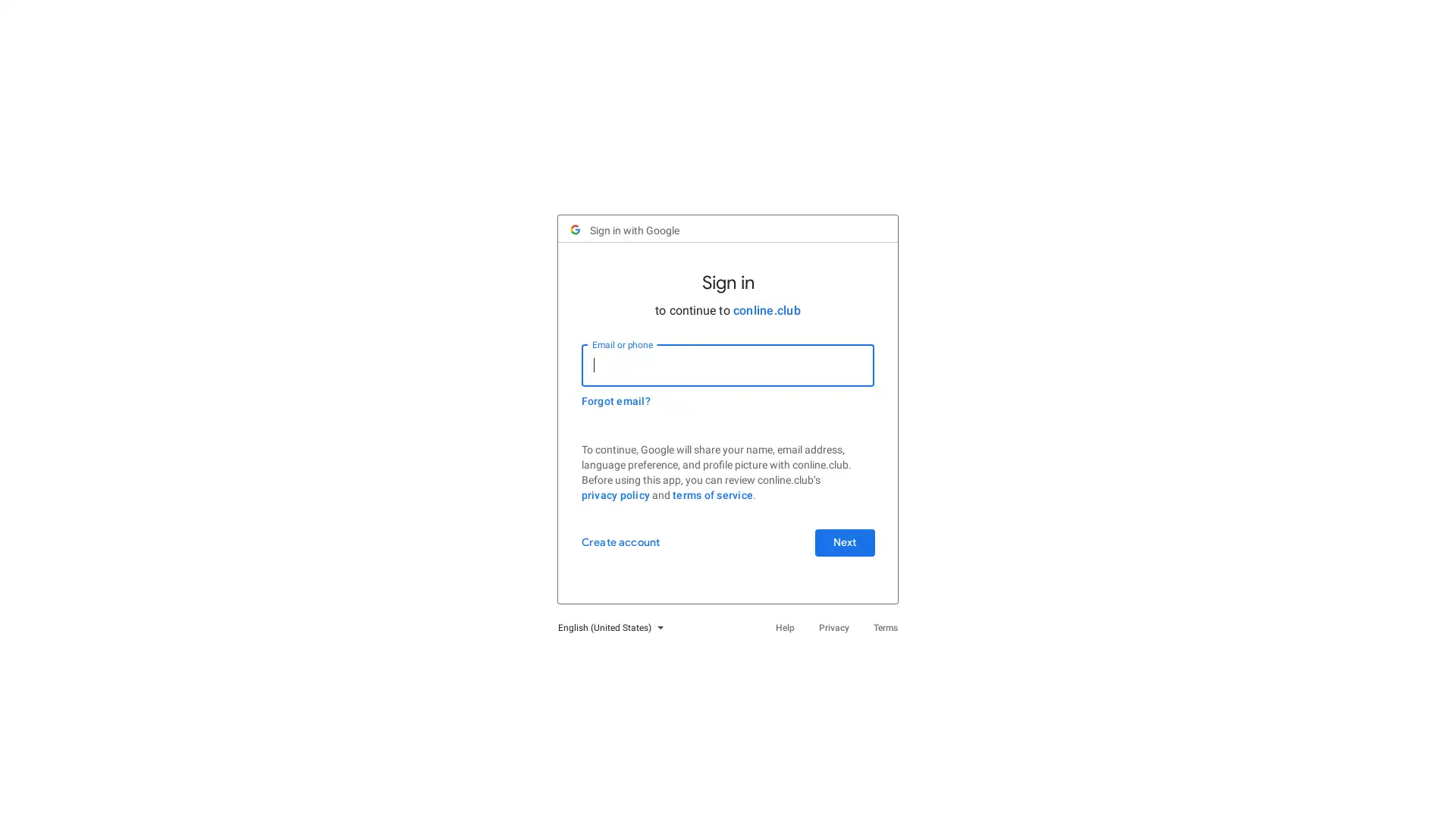 The height and width of the screenshot is (819, 1456). What do you see at coordinates (836, 548) in the screenshot?
I see `Next` at bounding box center [836, 548].